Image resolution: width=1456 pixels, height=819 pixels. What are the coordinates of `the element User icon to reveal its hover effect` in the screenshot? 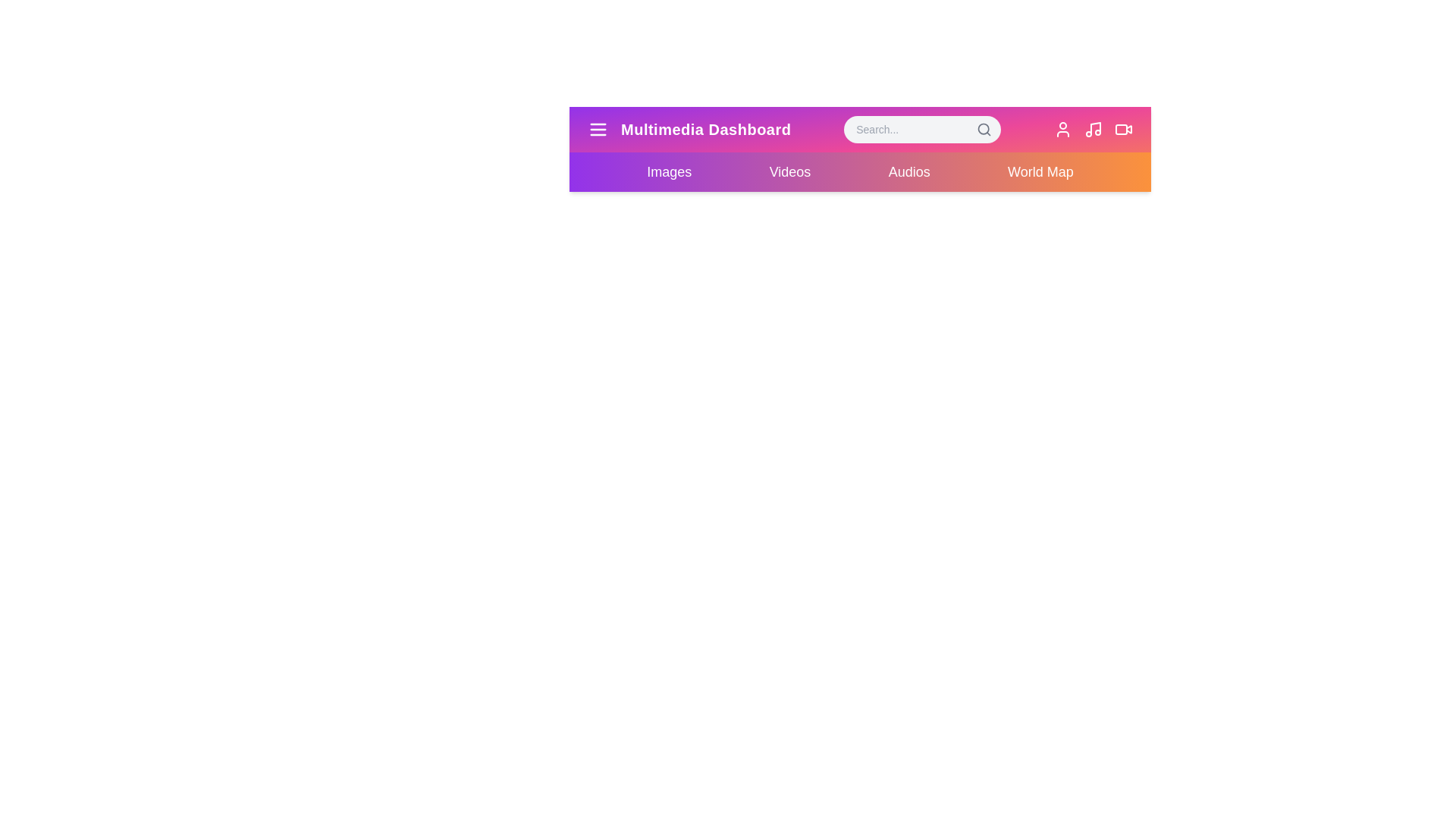 It's located at (1062, 128).